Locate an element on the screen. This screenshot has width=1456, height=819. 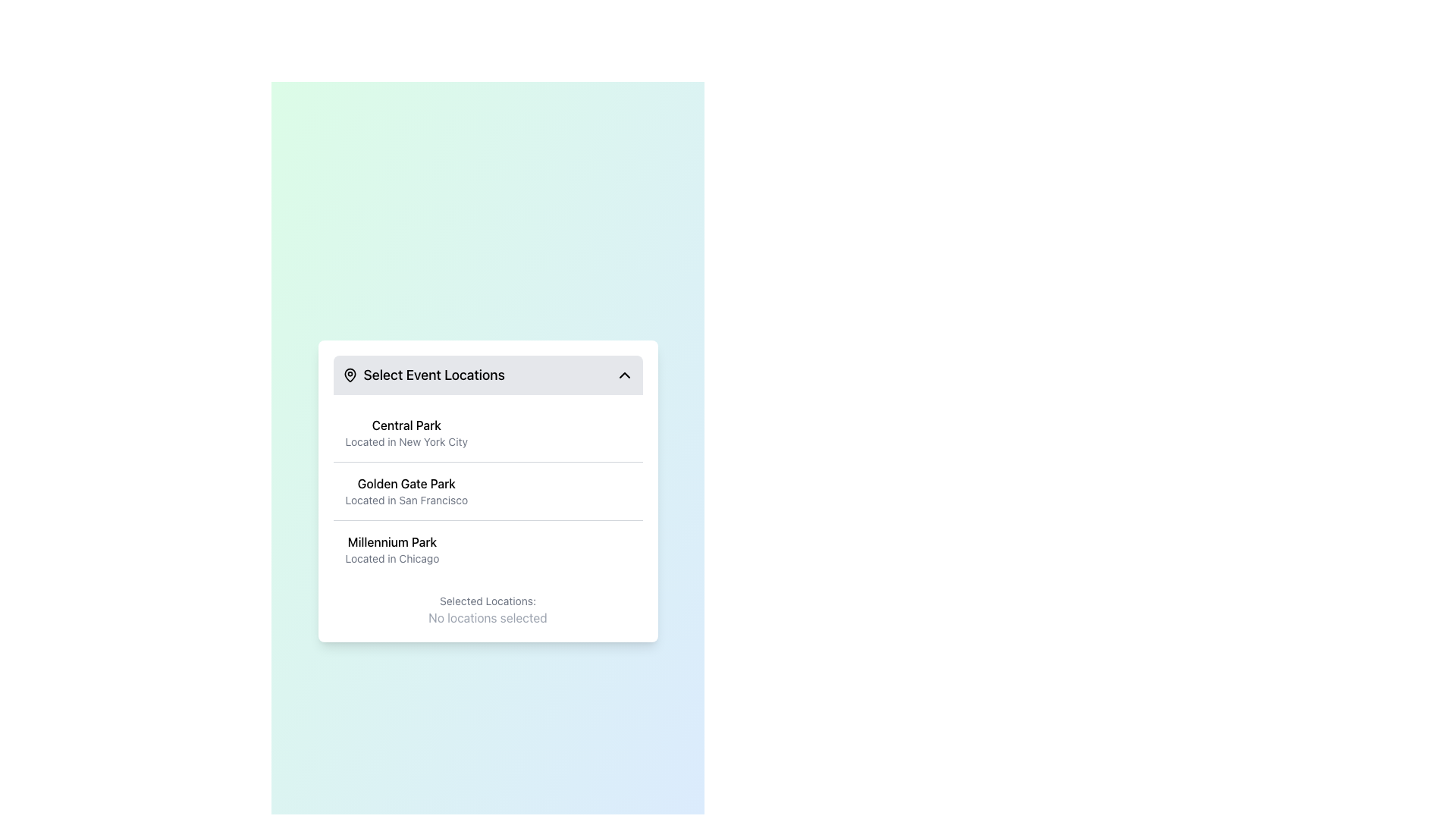
the first list item representing 'Central Park' in the dropdown titled 'Select Event Locations' is located at coordinates (488, 432).